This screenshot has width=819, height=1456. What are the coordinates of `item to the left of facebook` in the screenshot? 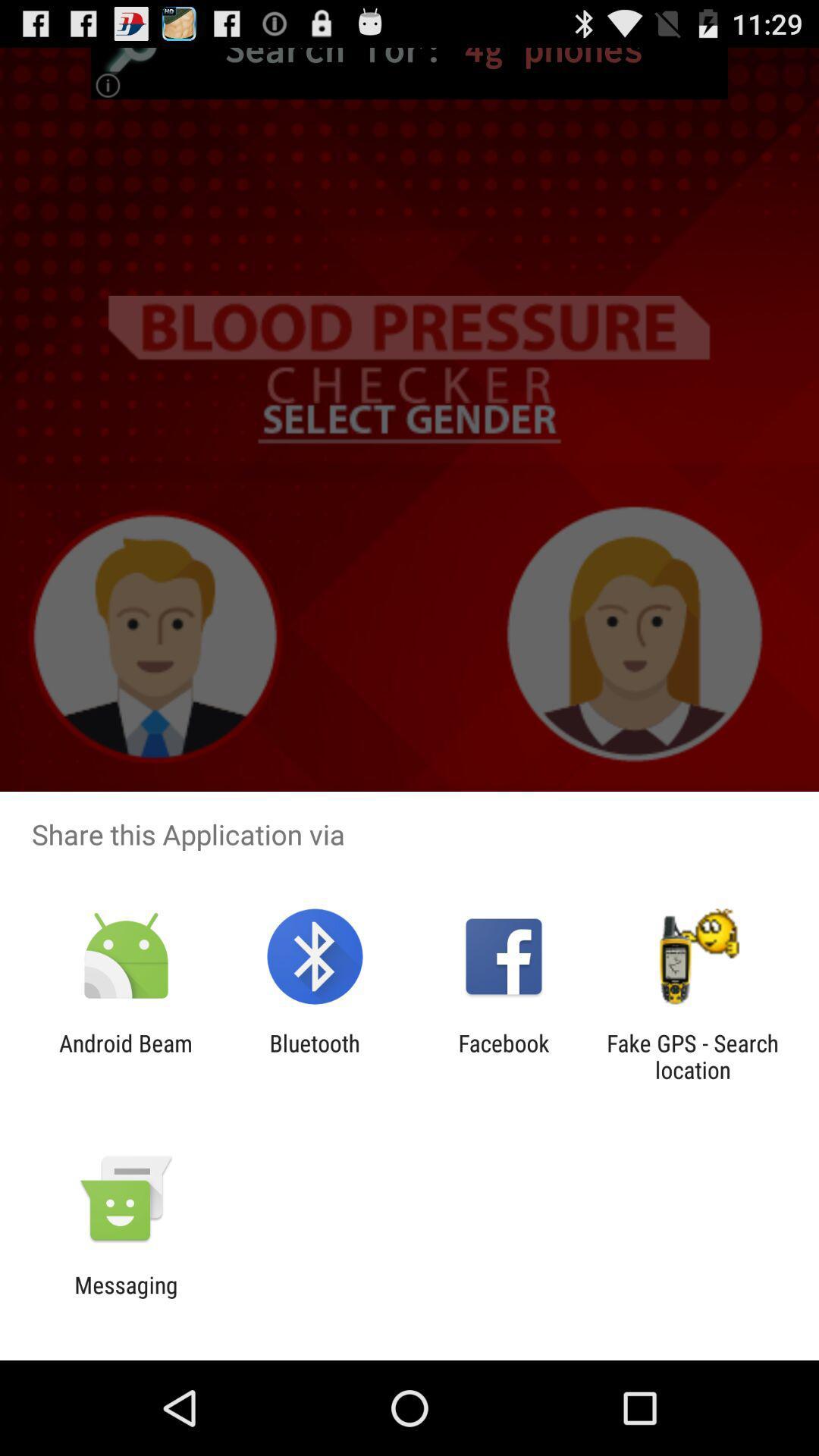 It's located at (314, 1056).